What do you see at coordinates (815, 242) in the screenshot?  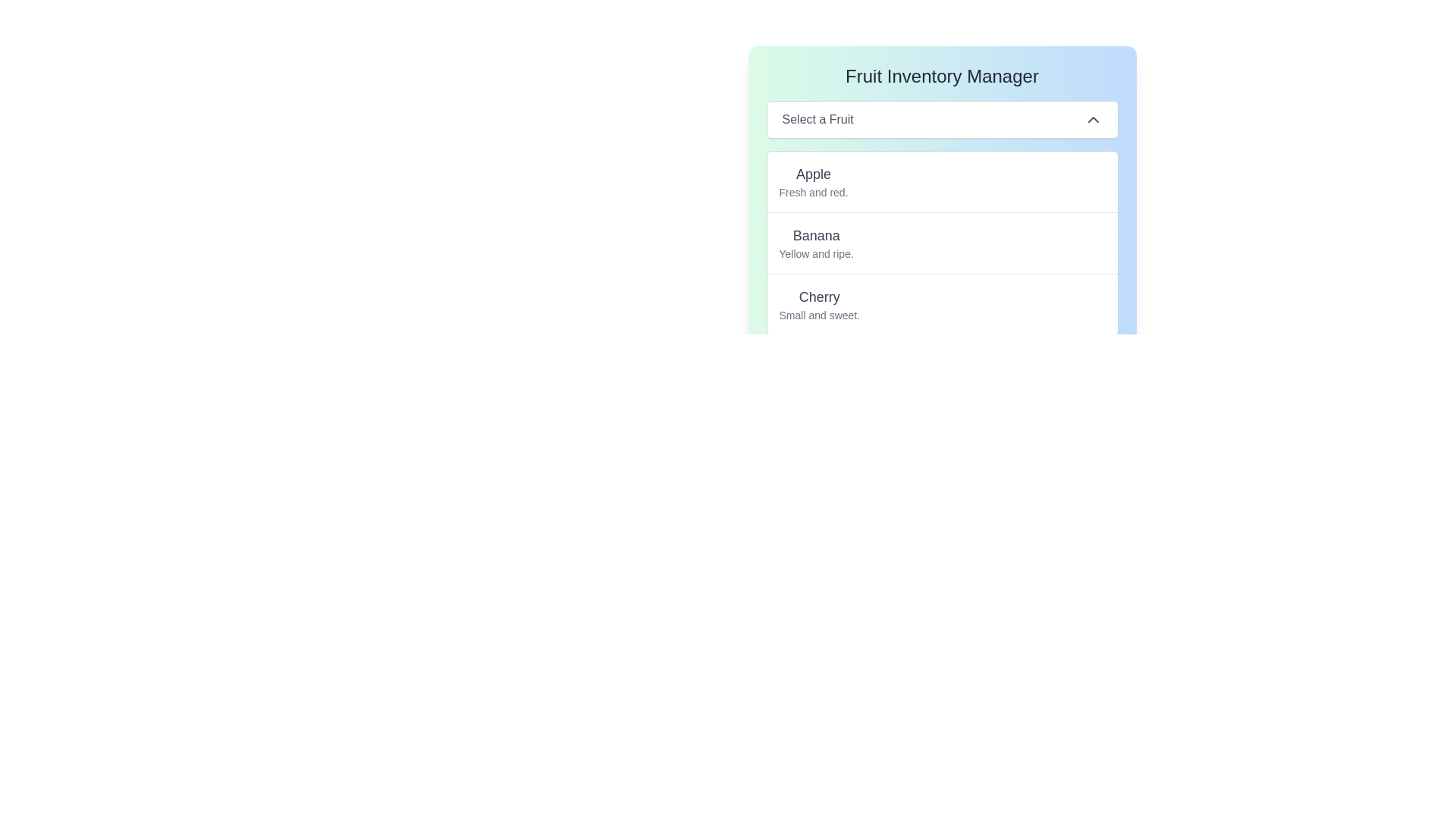 I see `the text block that describes a banana, positioned between 'Apple - Fresh and red.' and 'Cherry - Small and sweet.' in the vertical list` at bounding box center [815, 242].